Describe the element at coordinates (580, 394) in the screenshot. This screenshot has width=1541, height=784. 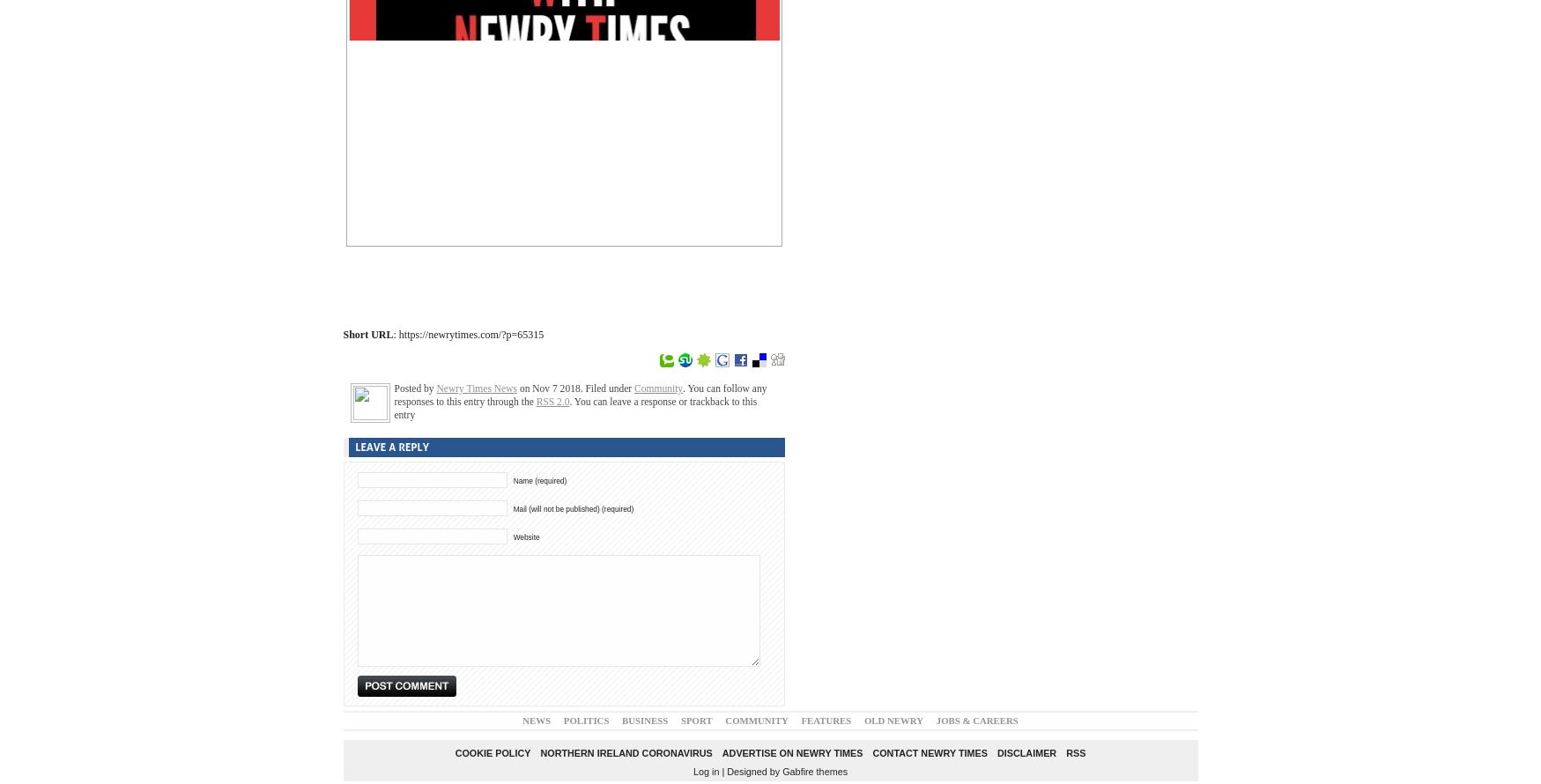
I see `'.
					You can follow any responses to this entry through the'` at that location.